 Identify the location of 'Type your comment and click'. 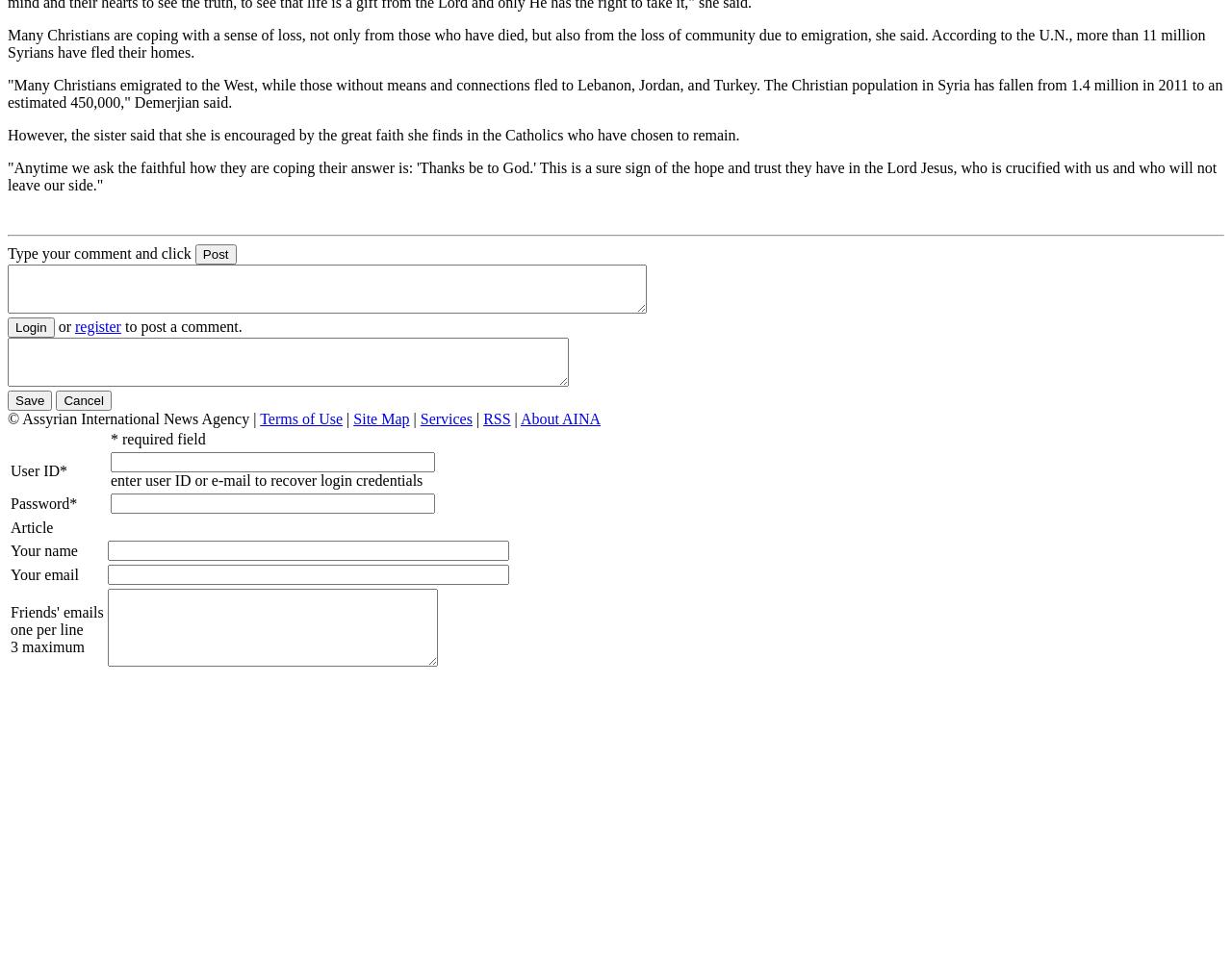
(98, 253).